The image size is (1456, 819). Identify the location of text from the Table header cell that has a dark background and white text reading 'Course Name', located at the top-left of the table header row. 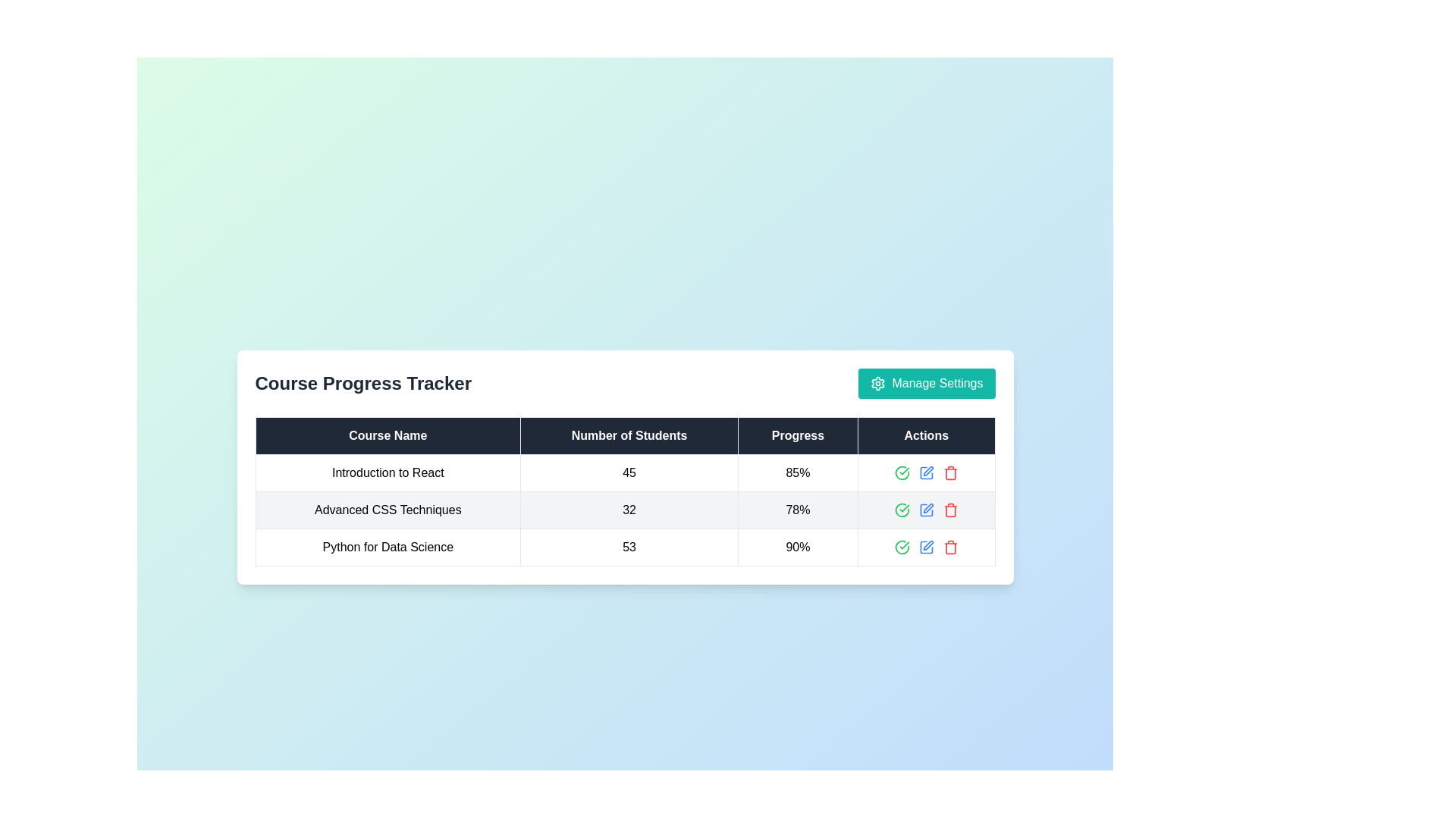
(388, 435).